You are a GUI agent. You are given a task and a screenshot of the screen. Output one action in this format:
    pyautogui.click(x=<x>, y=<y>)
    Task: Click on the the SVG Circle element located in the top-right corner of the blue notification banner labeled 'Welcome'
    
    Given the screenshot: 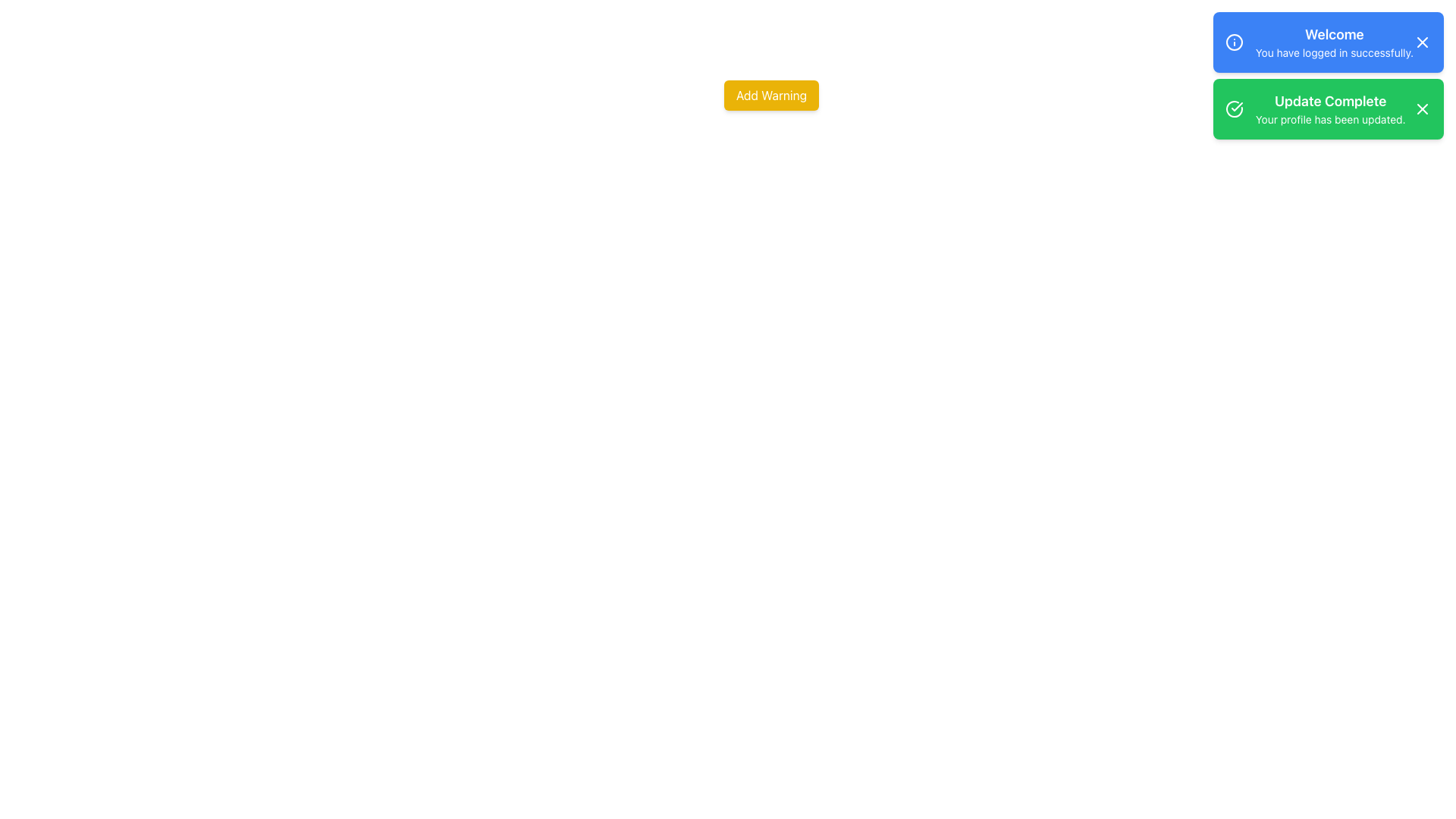 What is the action you would take?
    pyautogui.click(x=1234, y=42)
    